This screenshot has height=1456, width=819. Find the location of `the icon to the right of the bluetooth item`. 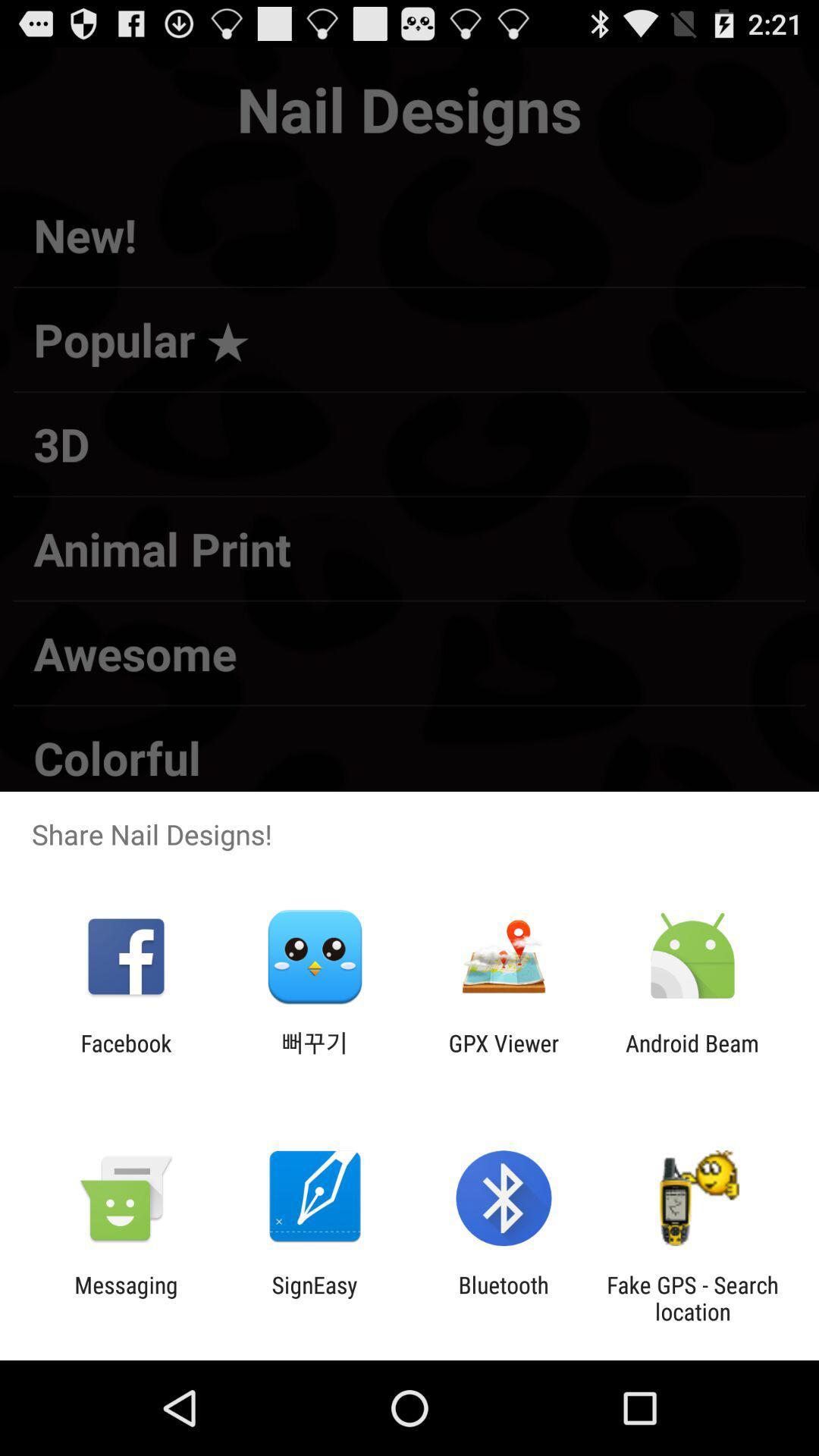

the icon to the right of the bluetooth item is located at coordinates (692, 1298).